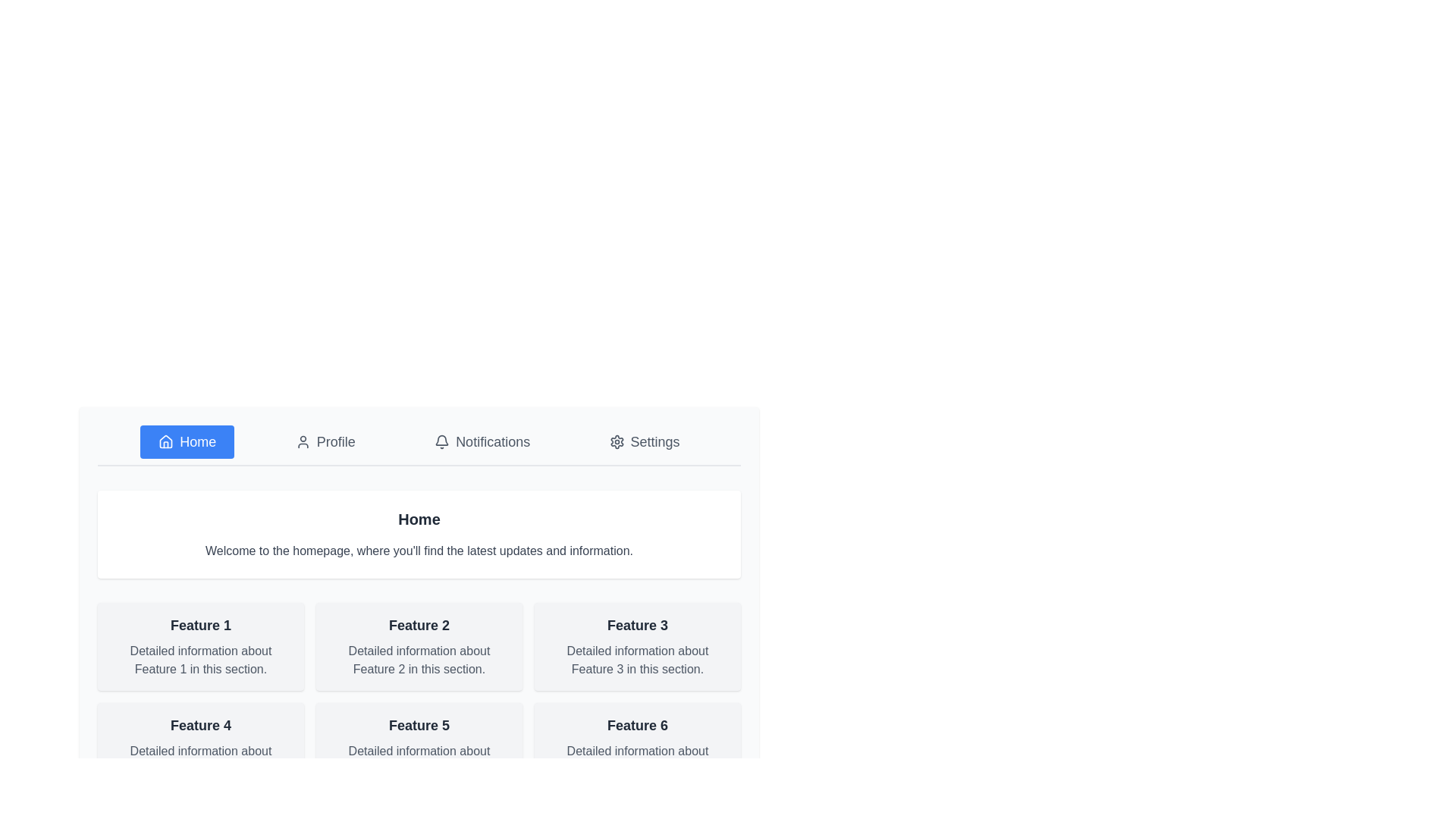 This screenshot has width=1456, height=819. Describe the element at coordinates (637, 660) in the screenshot. I see `the Text label in gray font below the title of the 'Feature 3' card, located in the second row and third column of the grid layout` at that location.